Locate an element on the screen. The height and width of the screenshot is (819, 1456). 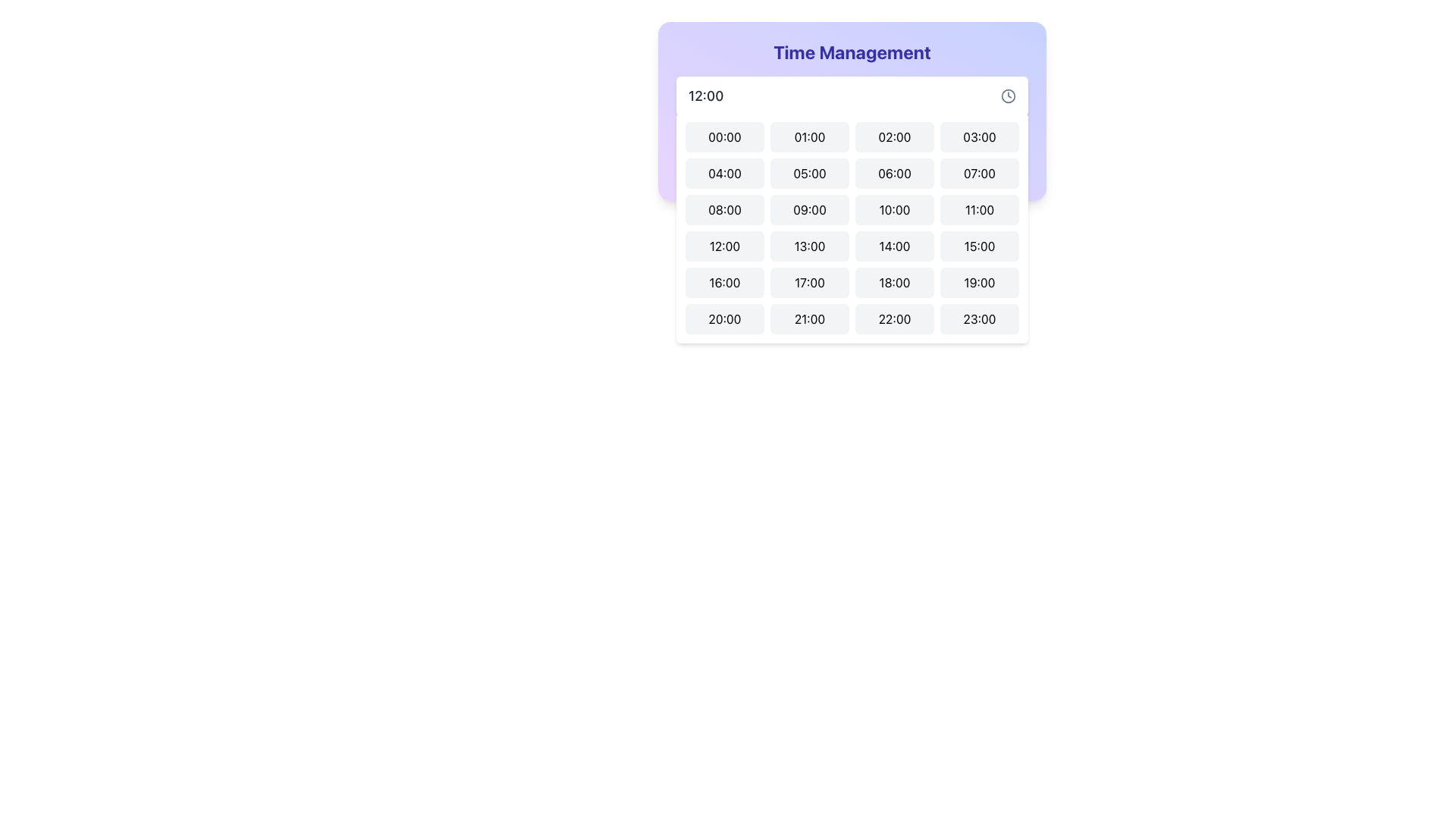
the button labeled '07:00' in the Time Management section is located at coordinates (979, 172).